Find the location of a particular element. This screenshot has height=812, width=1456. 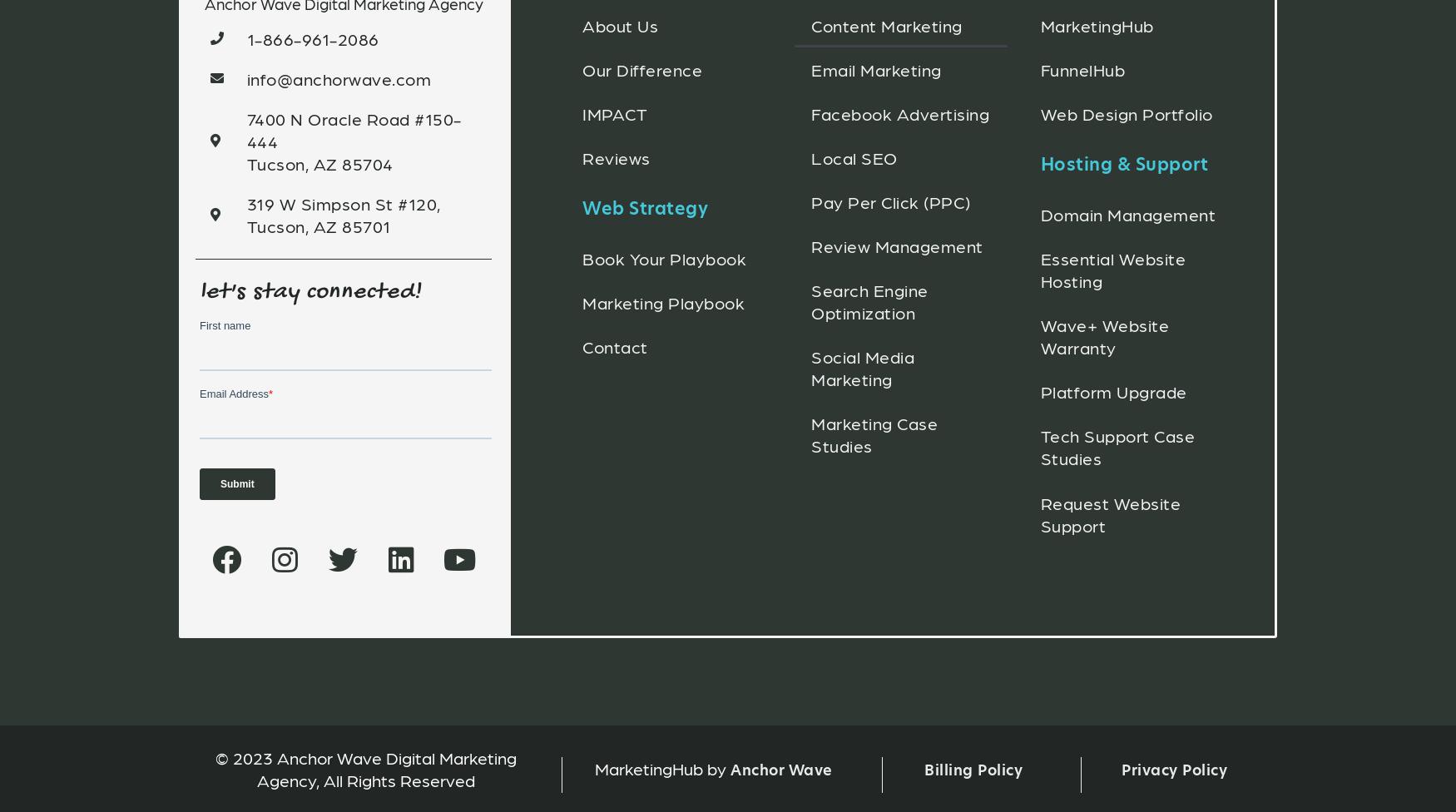

'Content Marketing' is located at coordinates (886, 25).